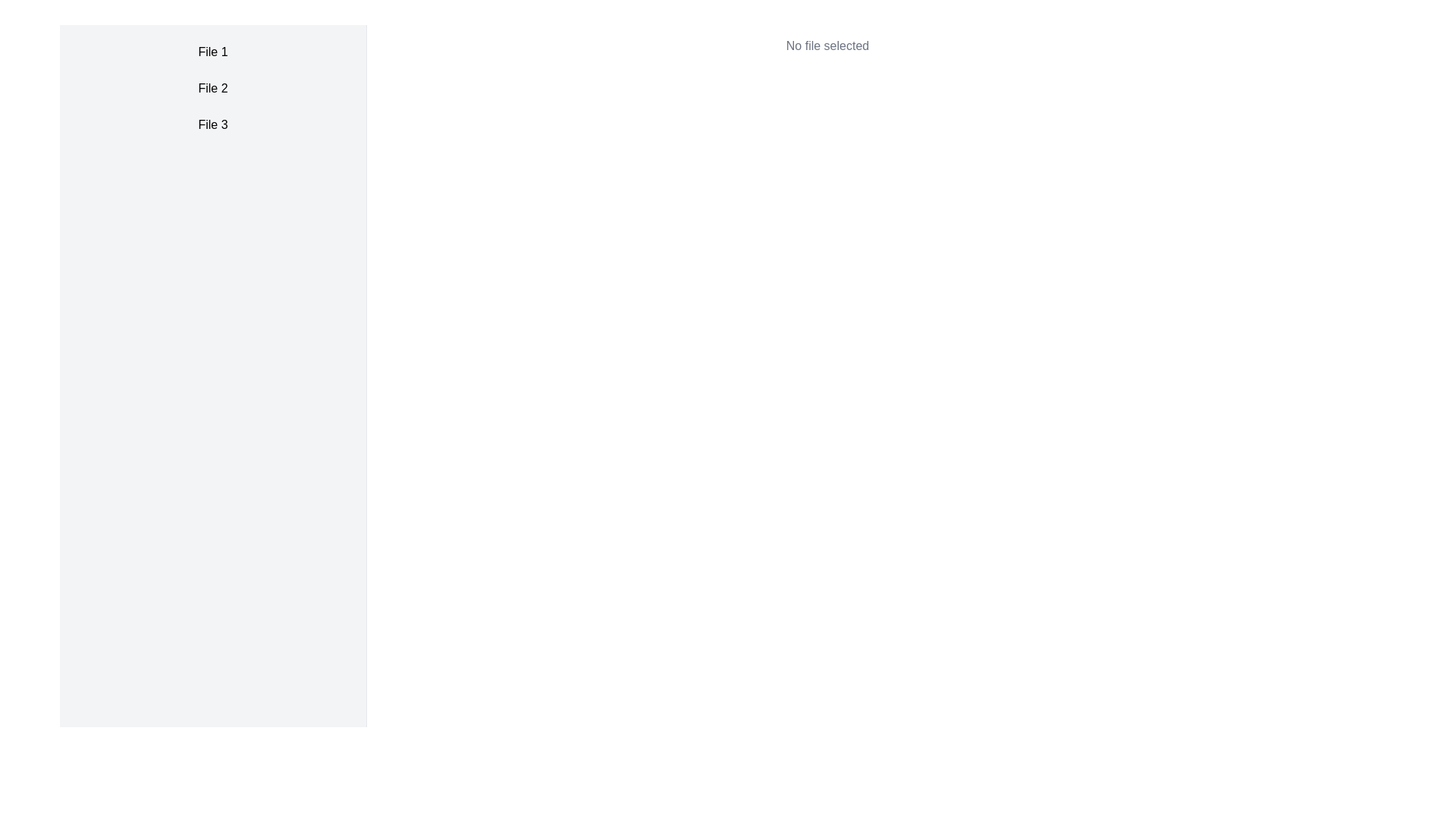 The height and width of the screenshot is (819, 1456). What do you see at coordinates (212, 52) in the screenshot?
I see `the first item in the file list, which represents 'File 1'` at bounding box center [212, 52].